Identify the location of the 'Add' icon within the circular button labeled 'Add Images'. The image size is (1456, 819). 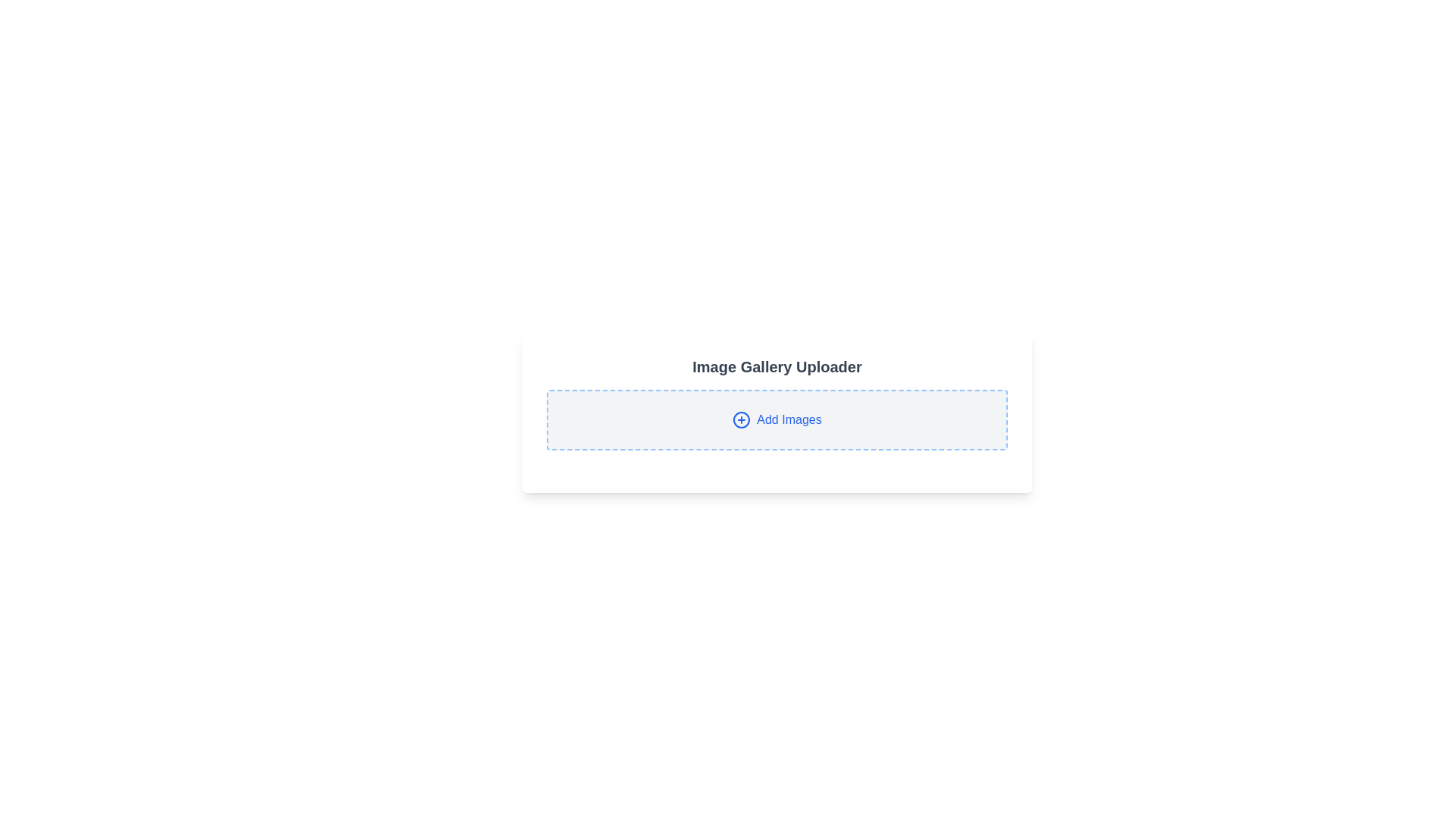
(742, 420).